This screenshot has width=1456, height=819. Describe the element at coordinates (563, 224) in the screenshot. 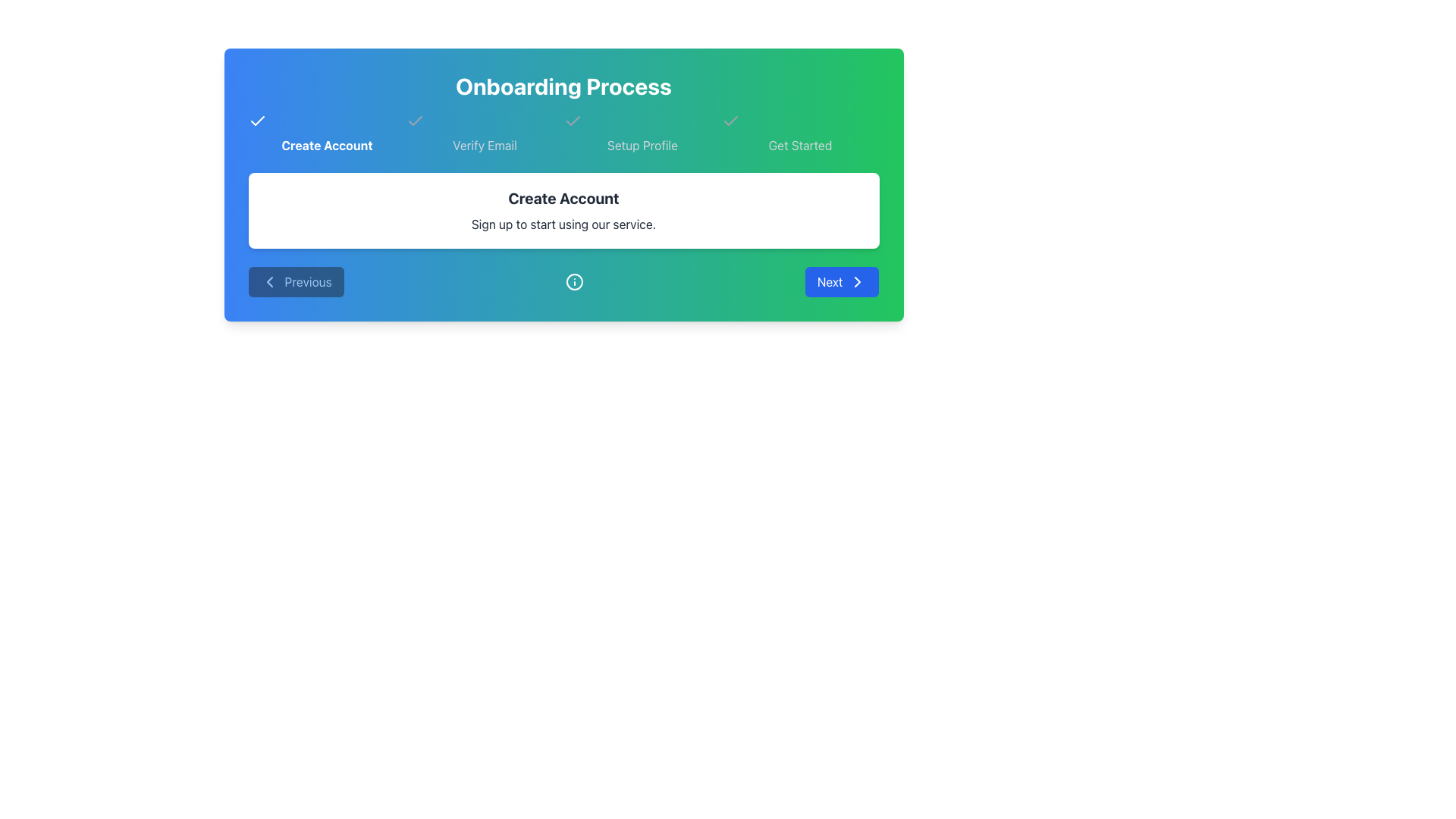

I see `the Text Label that provides context and instructions for the onboarding process, located directly below the 'Create Account' label` at that location.